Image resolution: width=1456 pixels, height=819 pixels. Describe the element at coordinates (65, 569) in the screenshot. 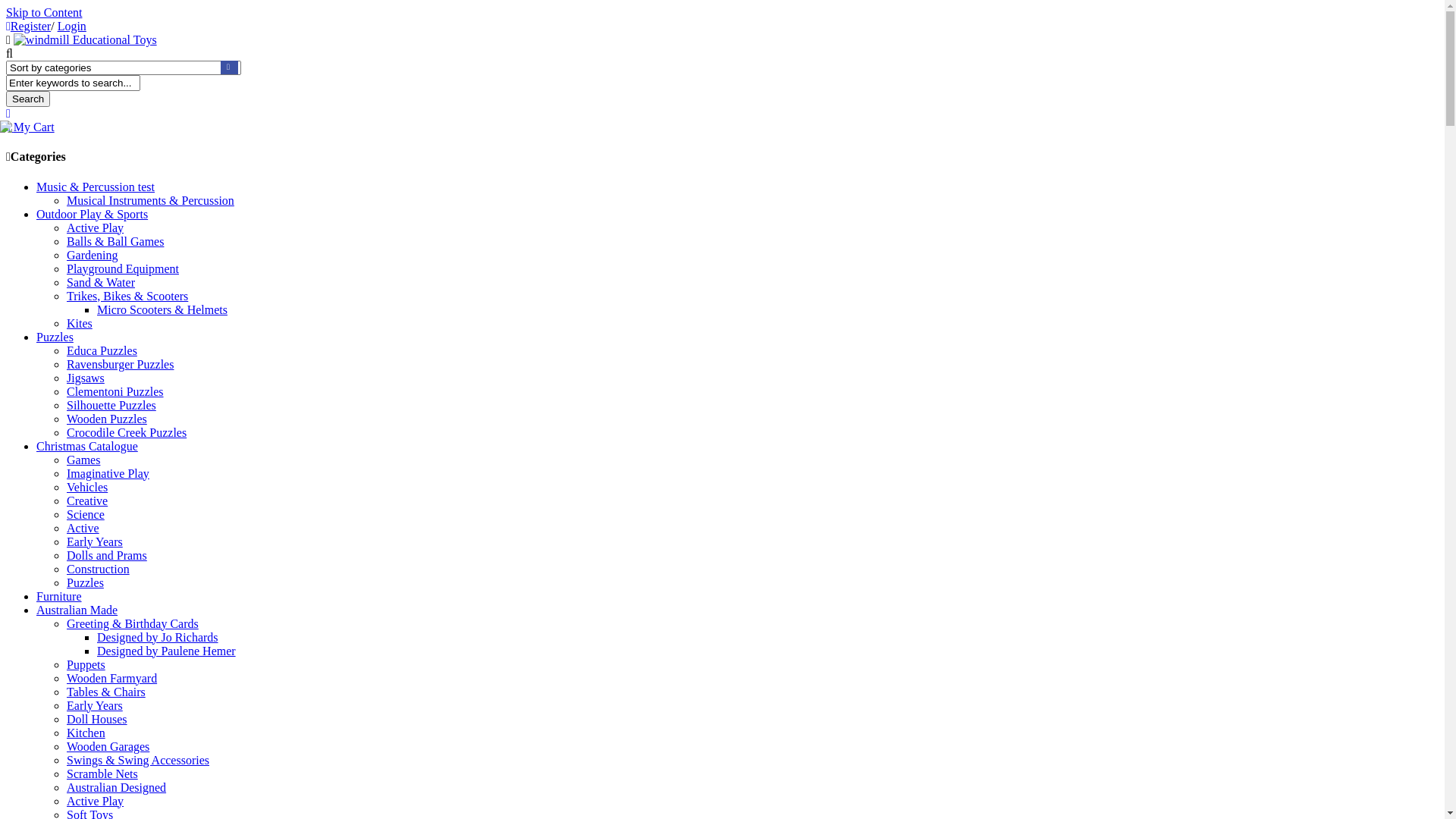

I see `'Construction'` at that location.